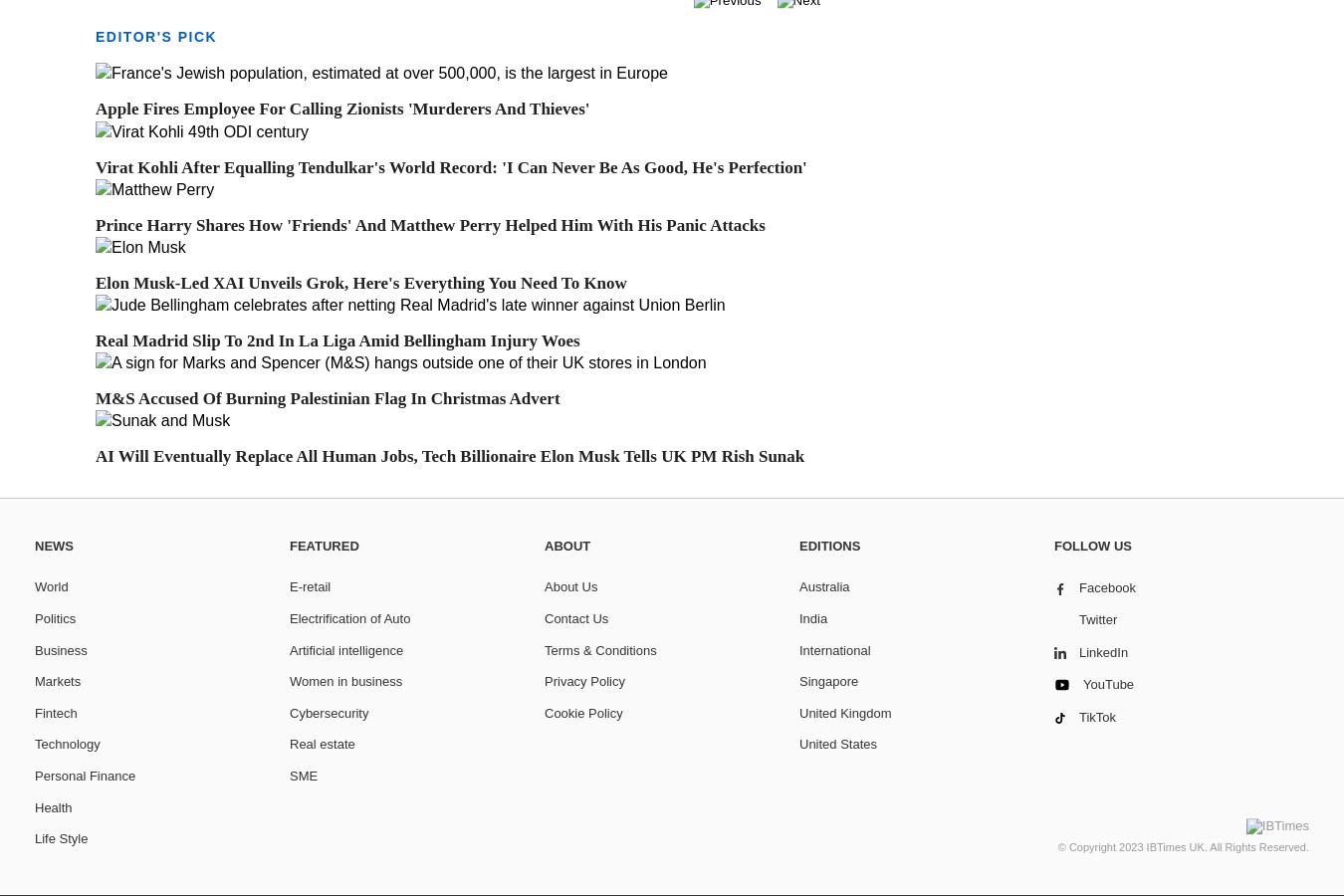 The height and width of the screenshot is (896, 1344). What do you see at coordinates (600, 649) in the screenshot?
I see `'Terms & Conditions'` at bounding box center [600, 649].